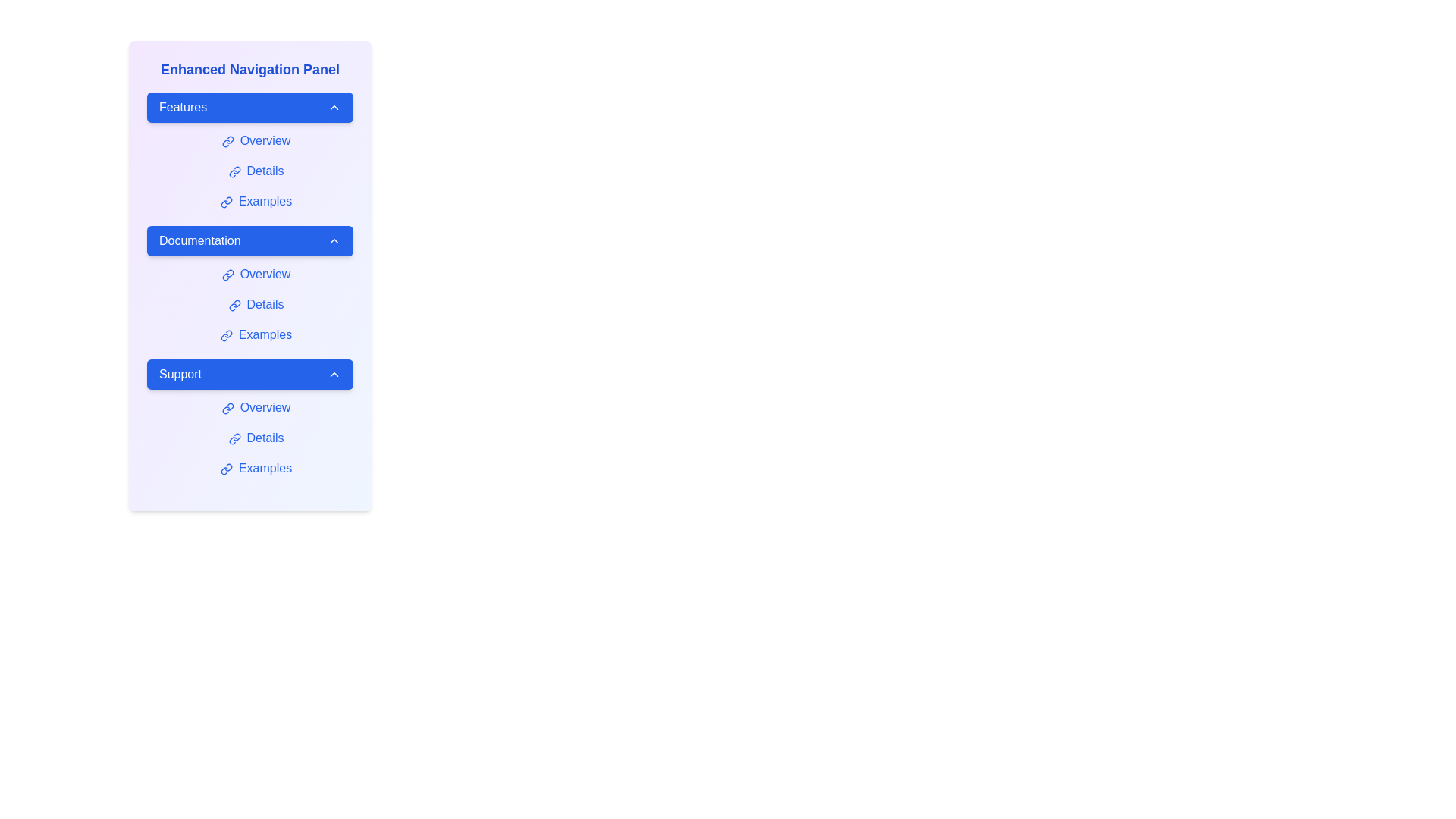 The width and height of the screenshot is (1456, 819). I want to click on the blue chain link icon located to the left of the 'Details' text in the 'Features' section of the navigation panel, so click(234, 171).